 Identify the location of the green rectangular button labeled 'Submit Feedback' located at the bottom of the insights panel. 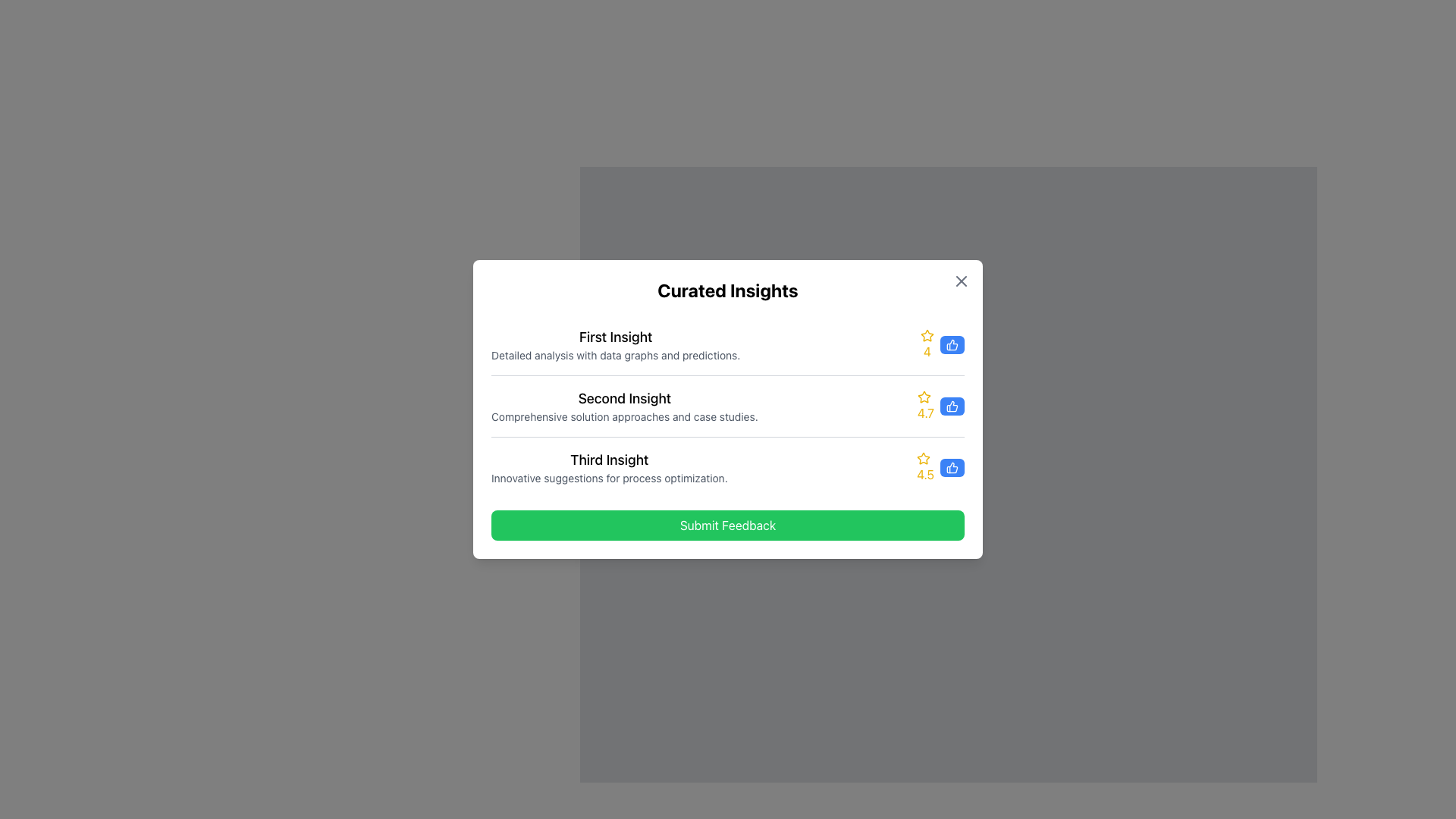
(728, 525).